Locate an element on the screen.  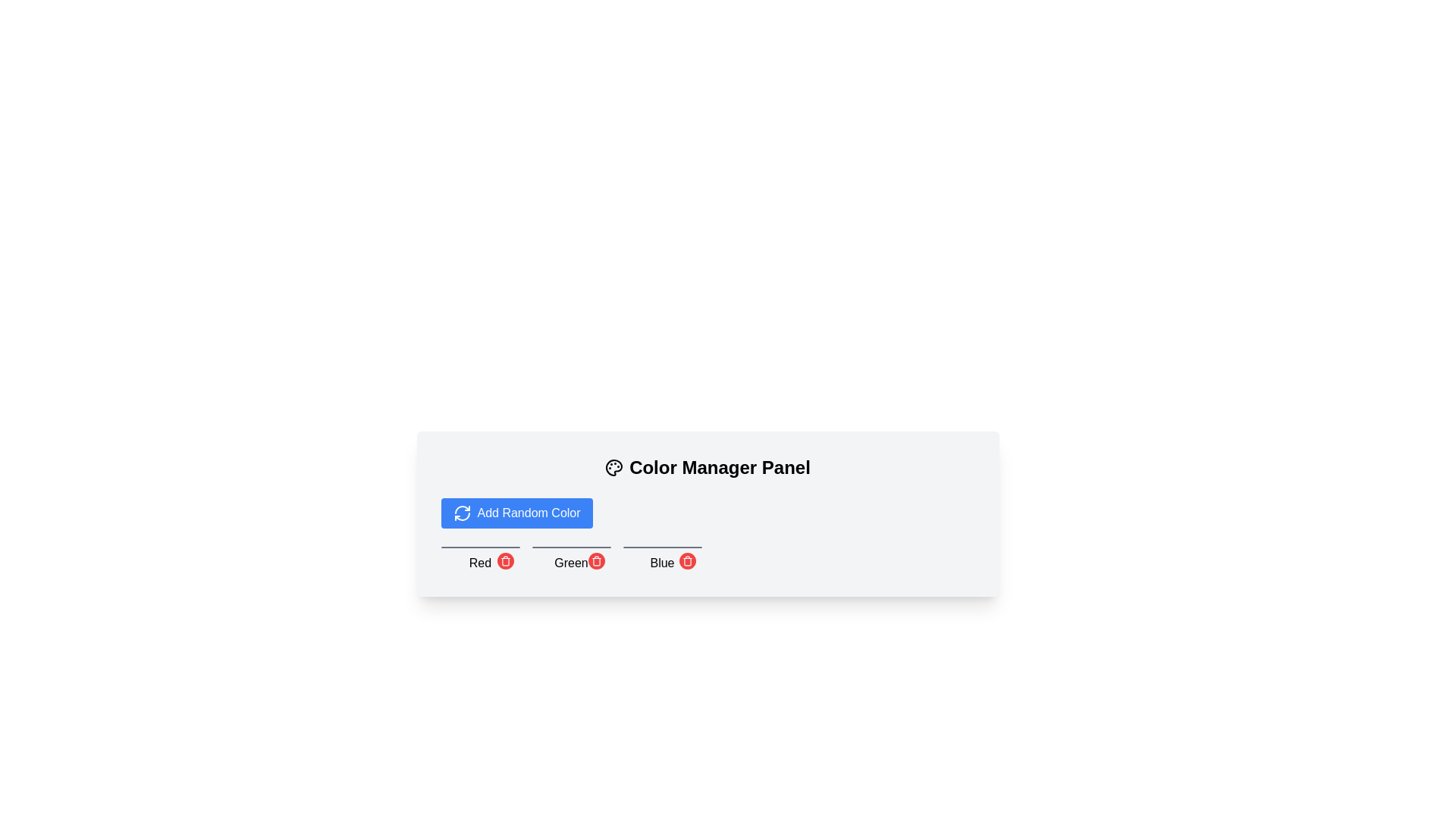
the decorative icon positioned to the left of the 'Color Manager Panel' title text is located at coordinates (614, 467).